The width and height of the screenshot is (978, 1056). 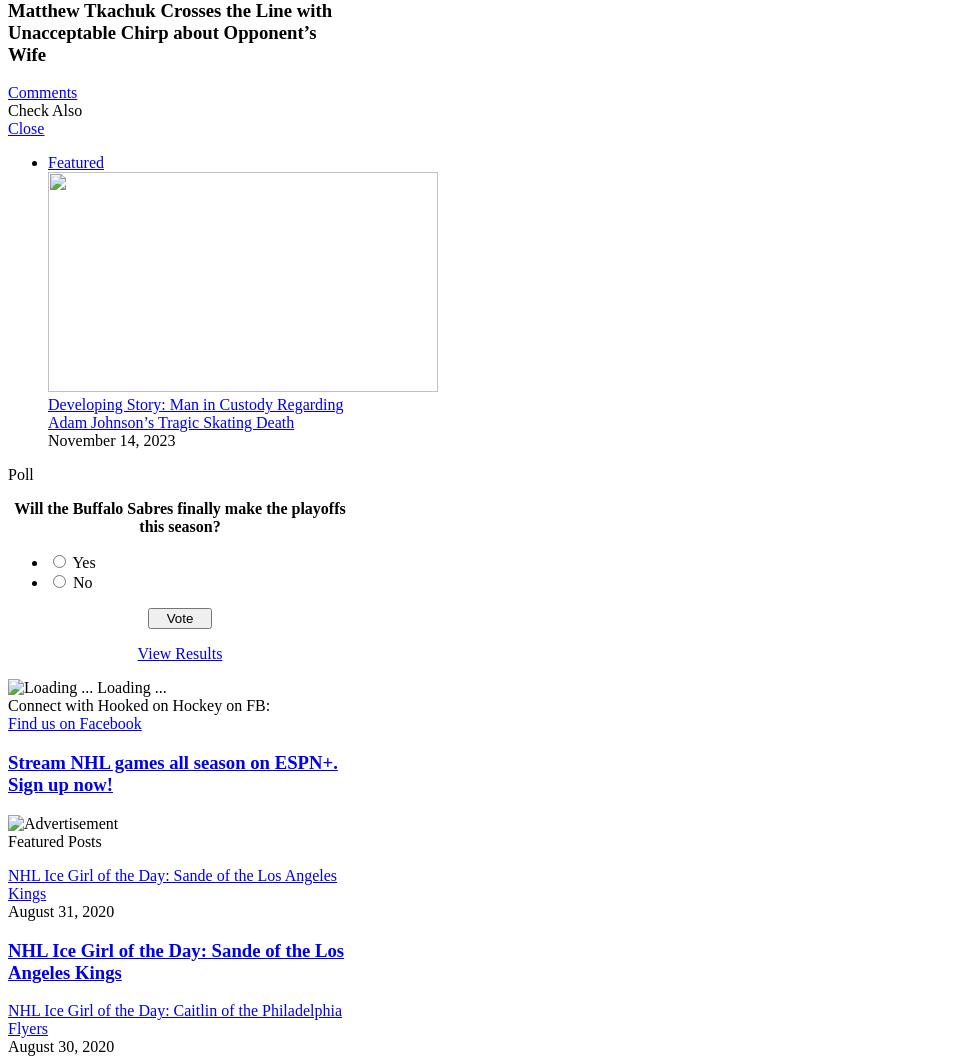 What do you see at coordinates (129, 687) in the screenshot?
I see `'Loading ...'` at bounding box center [129, 687].